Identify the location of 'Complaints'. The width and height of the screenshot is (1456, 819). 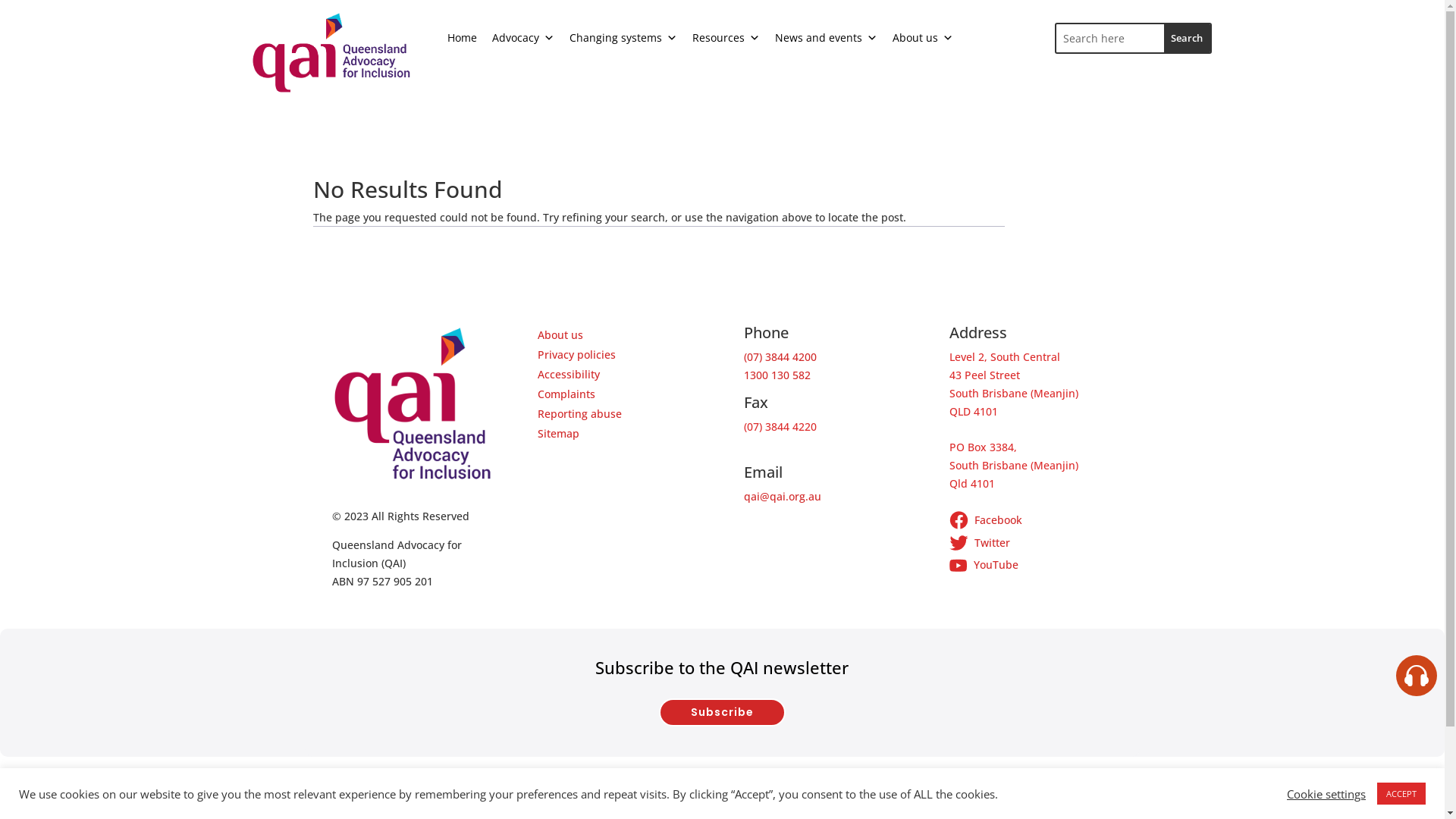
(566, 393).